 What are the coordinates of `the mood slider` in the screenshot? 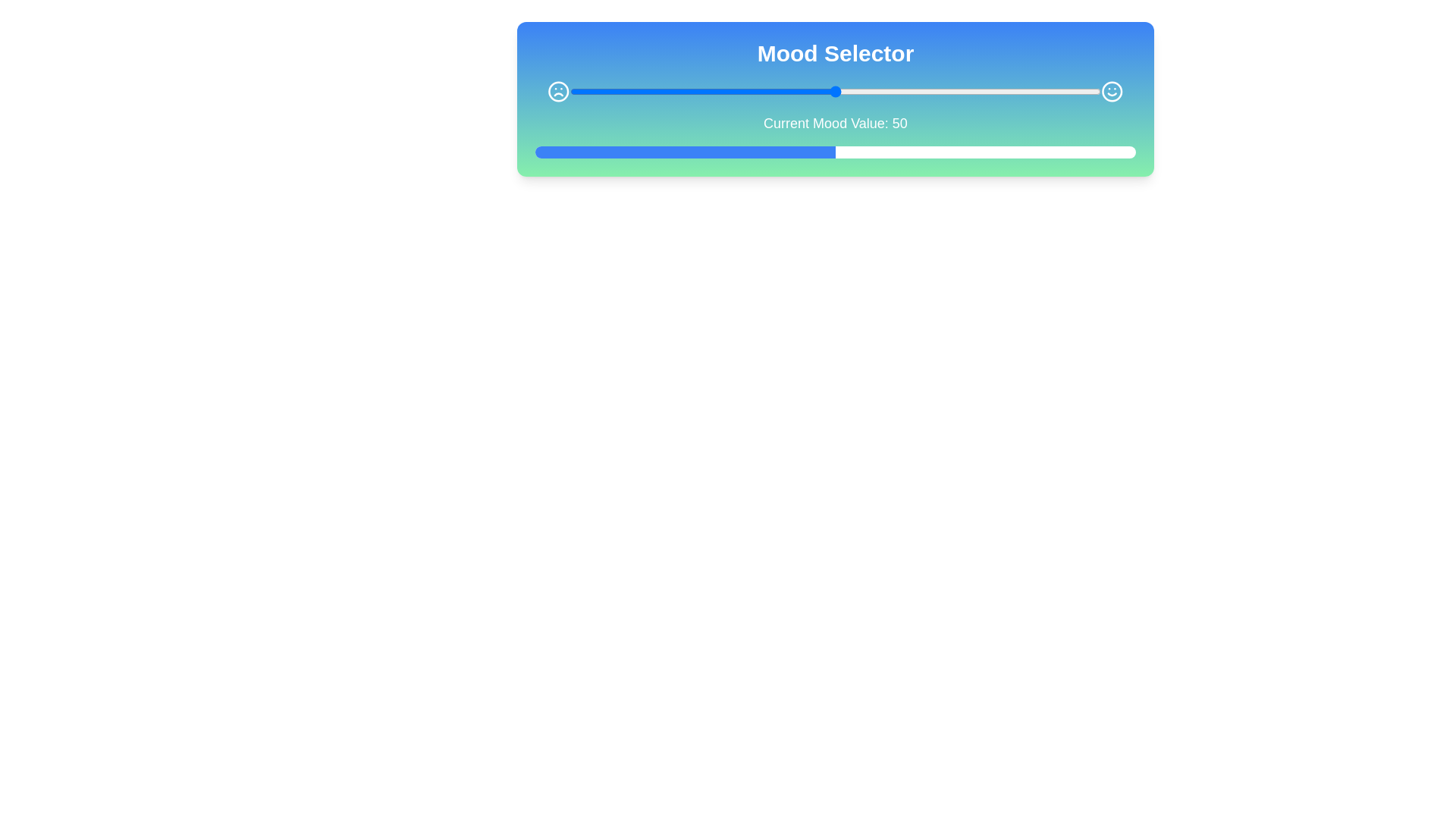 It's located at (680, 91).